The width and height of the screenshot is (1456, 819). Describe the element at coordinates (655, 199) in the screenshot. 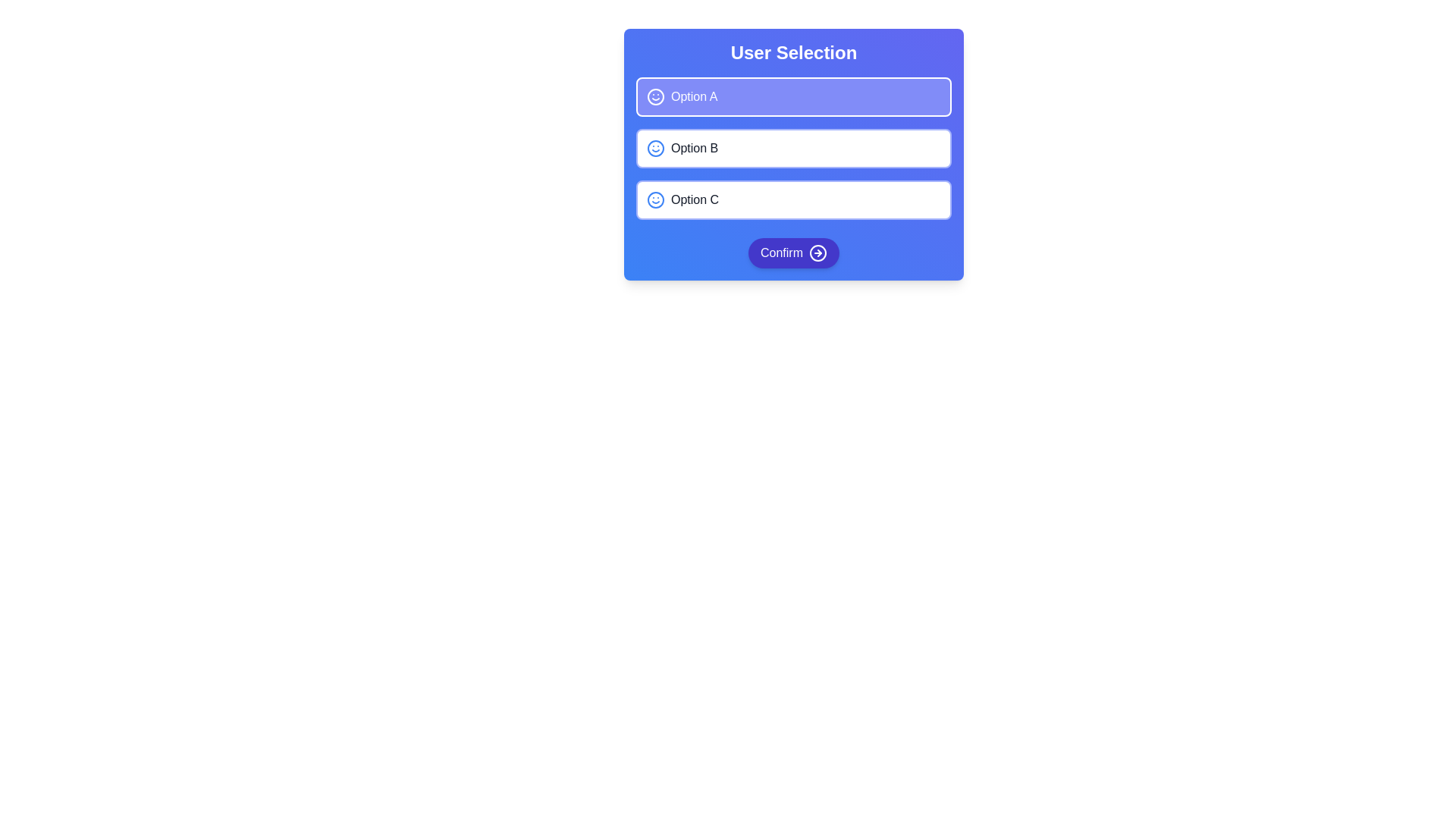

I see `the decorative Smiley icon representing 'Option C', located to the left of the text label 'Option C' within the 'User Selection' box` at that location.